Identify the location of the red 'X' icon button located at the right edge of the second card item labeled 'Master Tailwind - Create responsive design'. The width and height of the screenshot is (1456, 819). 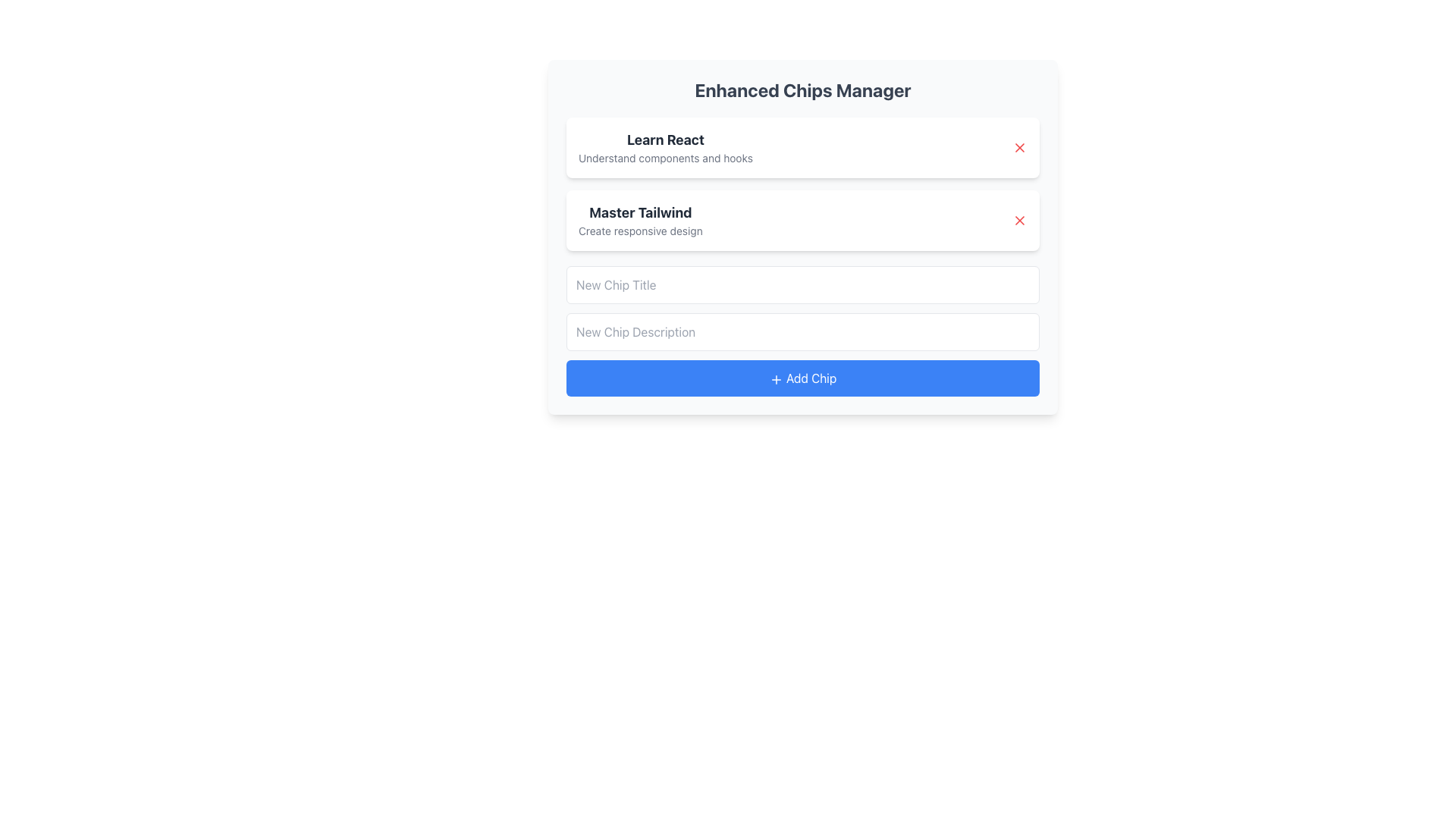
(1019, 220).